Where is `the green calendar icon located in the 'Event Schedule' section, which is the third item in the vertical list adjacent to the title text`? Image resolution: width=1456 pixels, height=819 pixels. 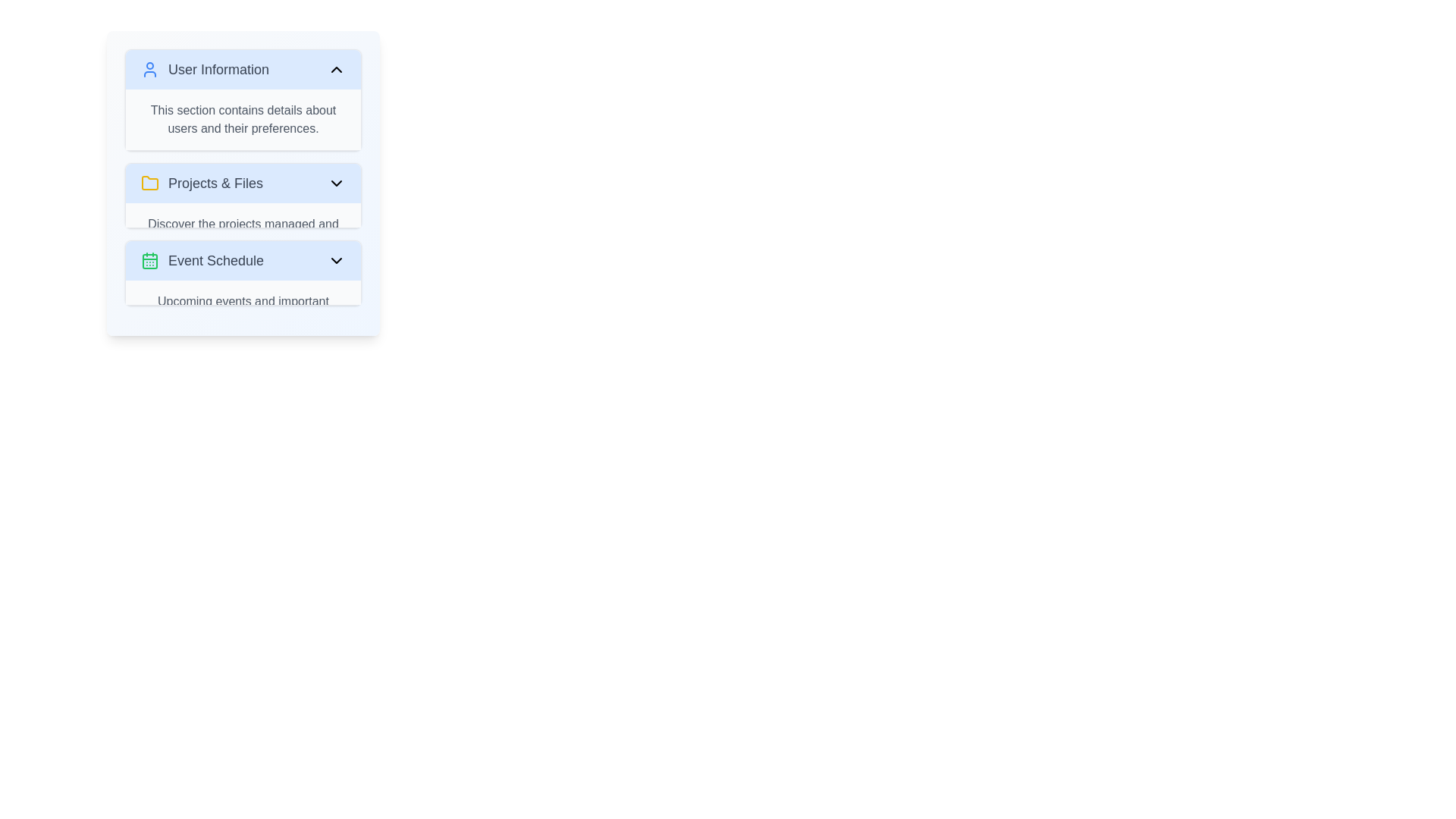
the green calendar icon located in the 'Event Schedule' section, which is the third item in the vertical list adjacent to the title text is located at coordinates (149, 260).